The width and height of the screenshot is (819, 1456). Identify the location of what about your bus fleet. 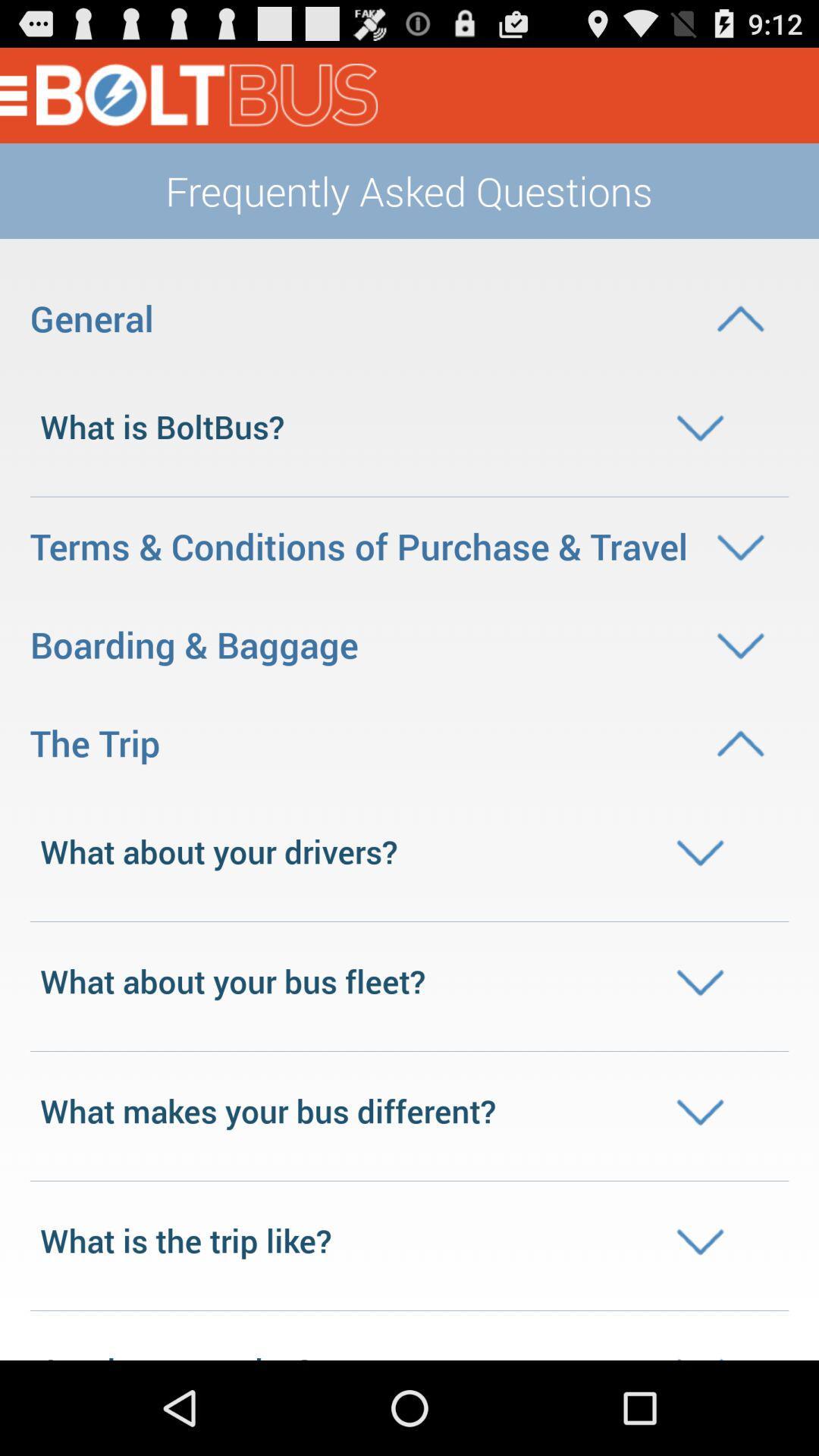
(409, 981).